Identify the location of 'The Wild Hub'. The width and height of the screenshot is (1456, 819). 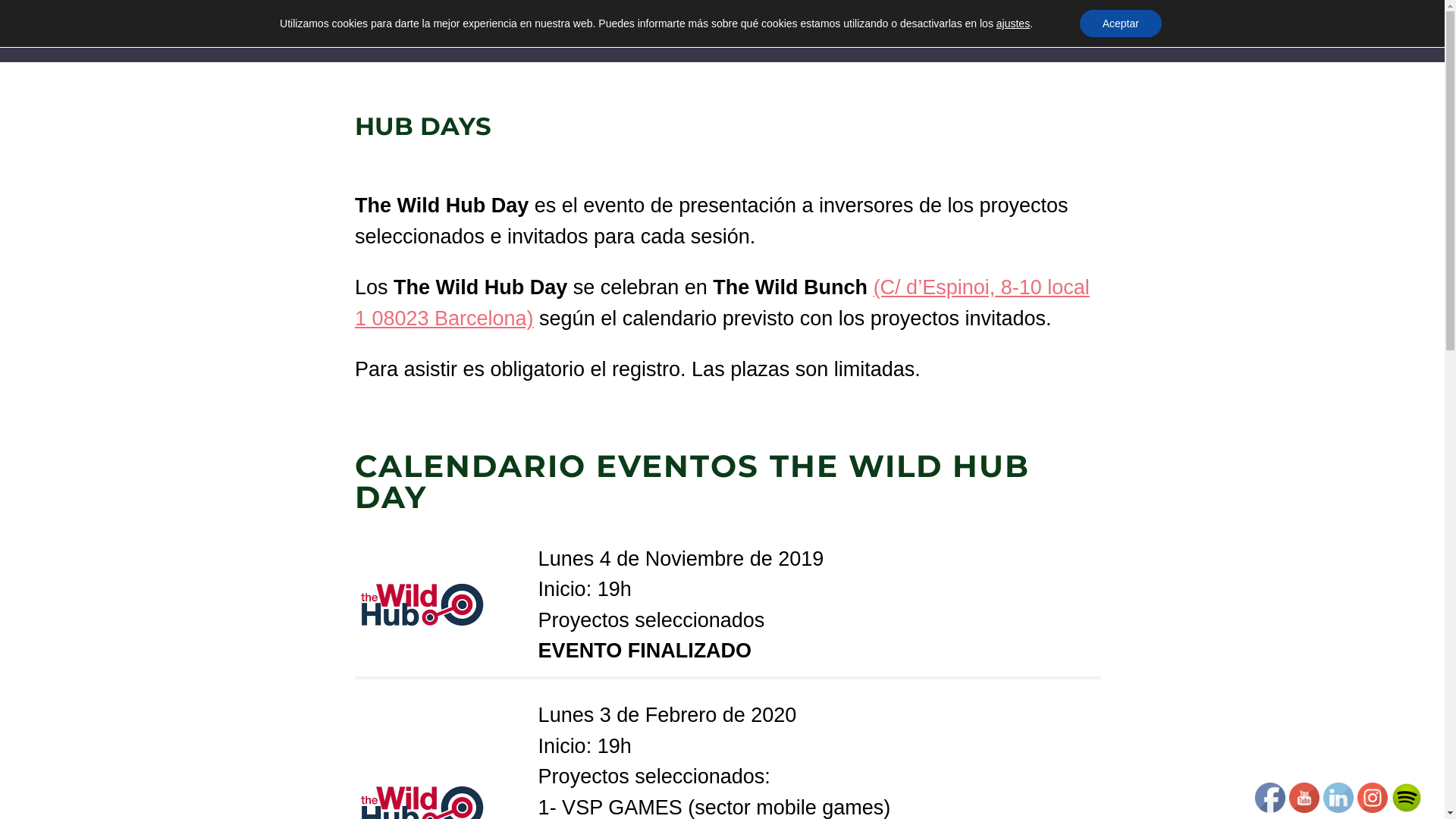
(1204, 31).